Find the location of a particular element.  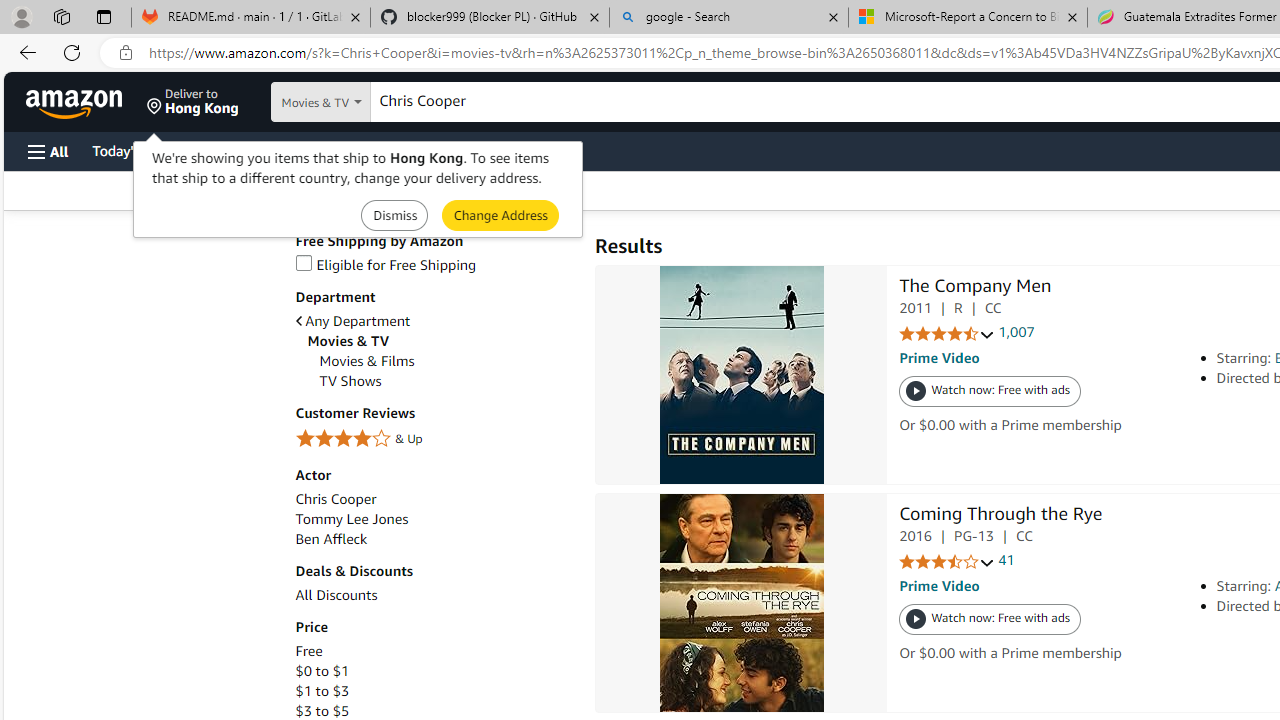

'41' is located at coordinates (1006, 560).